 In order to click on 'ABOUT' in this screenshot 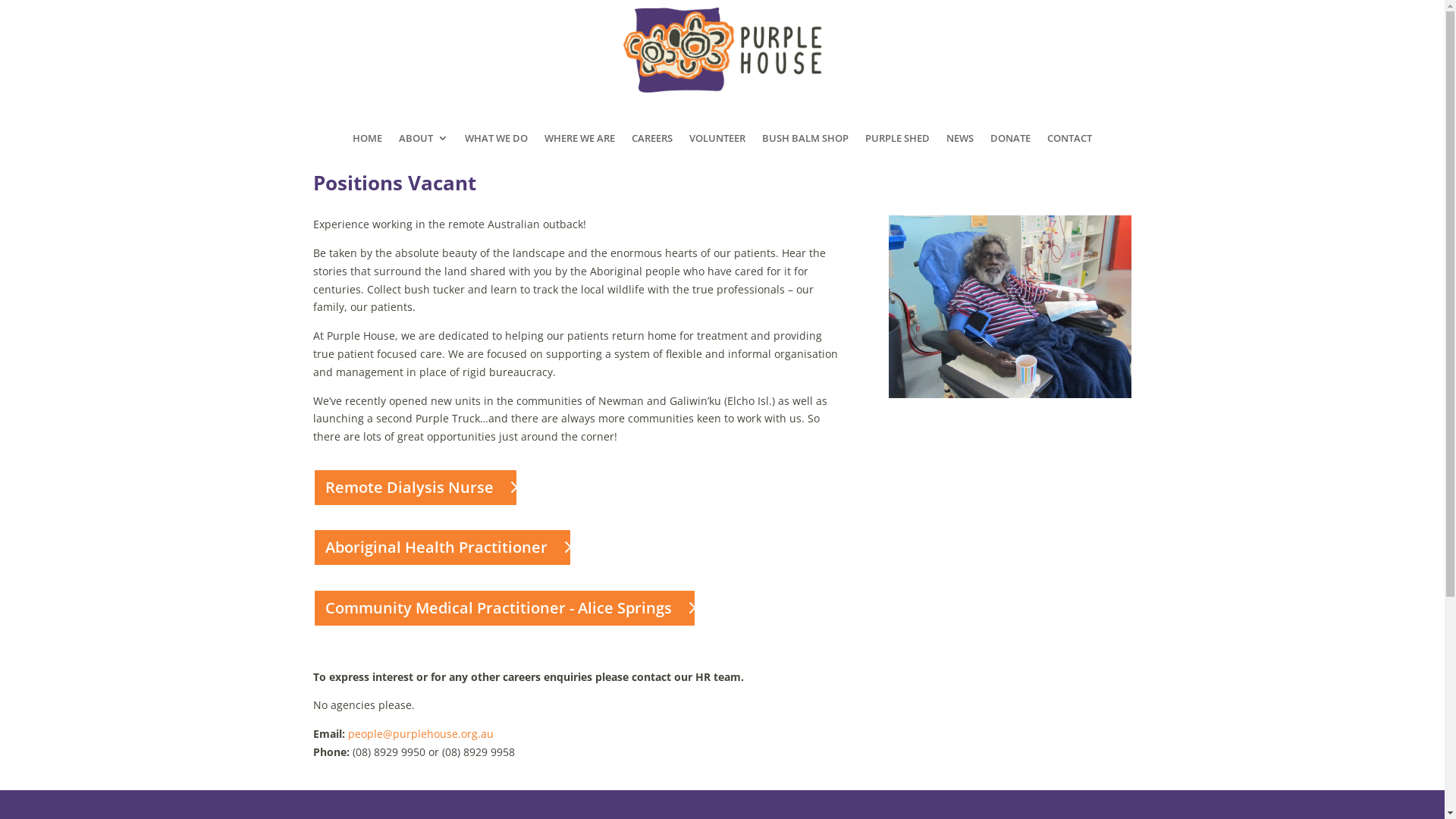, I will do `click(423, 149)`.